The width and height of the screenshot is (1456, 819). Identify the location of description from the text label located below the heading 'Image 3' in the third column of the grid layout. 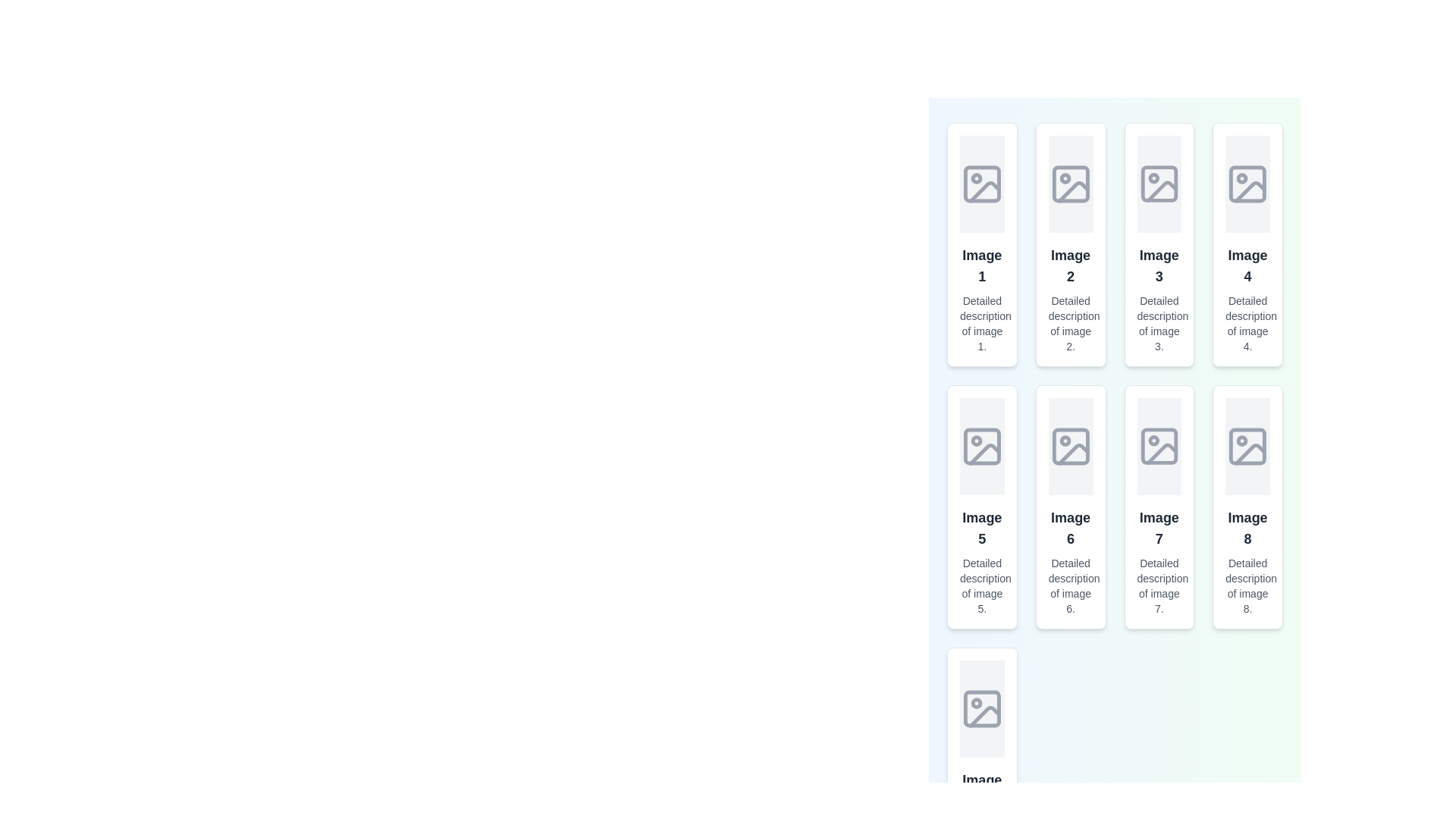
(1158, 323).